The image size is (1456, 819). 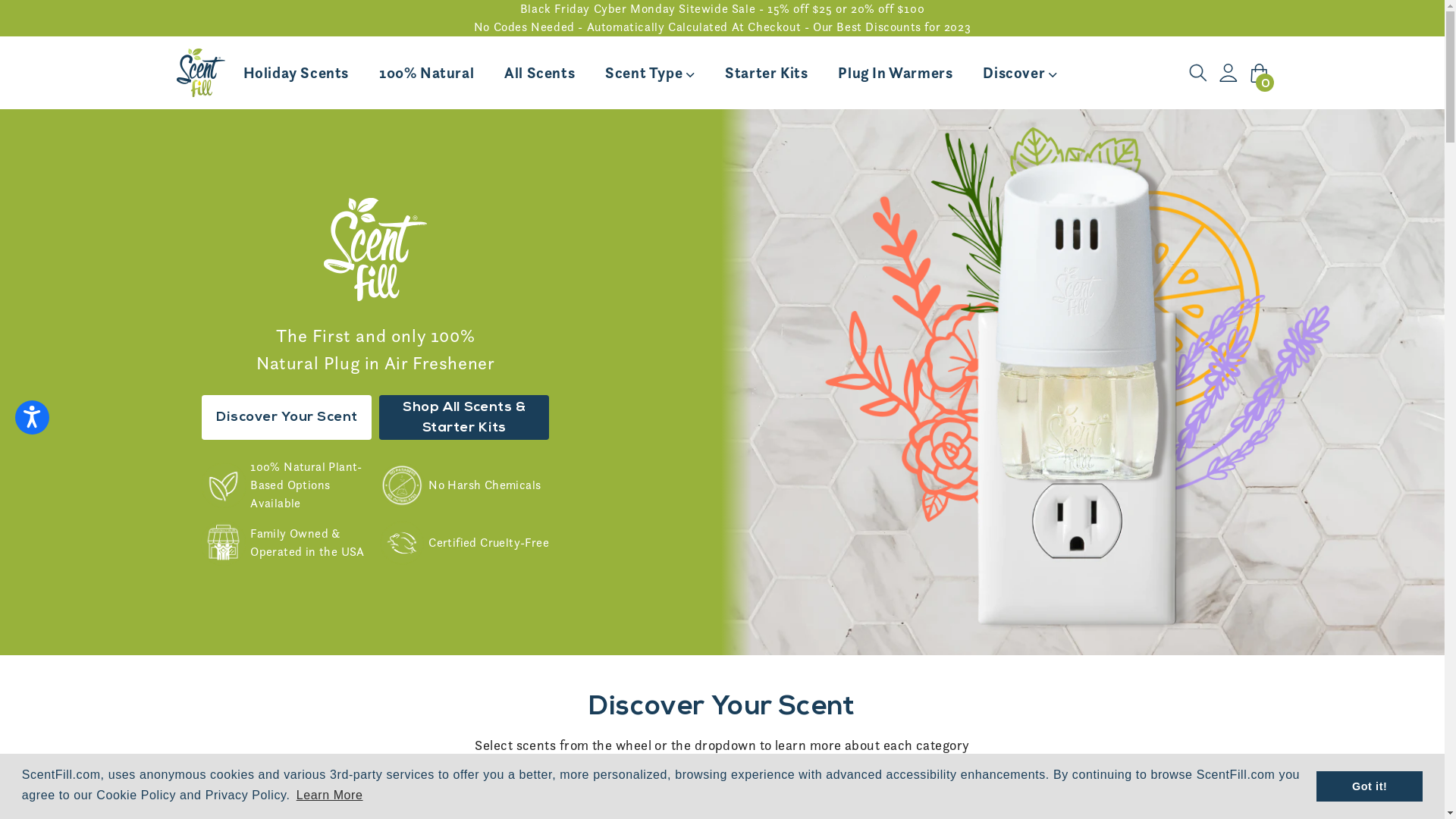 What do you see at coordinates (425, 73) in the screenshot?
I see `'100% Natural'` at bounding box center [425, 73].